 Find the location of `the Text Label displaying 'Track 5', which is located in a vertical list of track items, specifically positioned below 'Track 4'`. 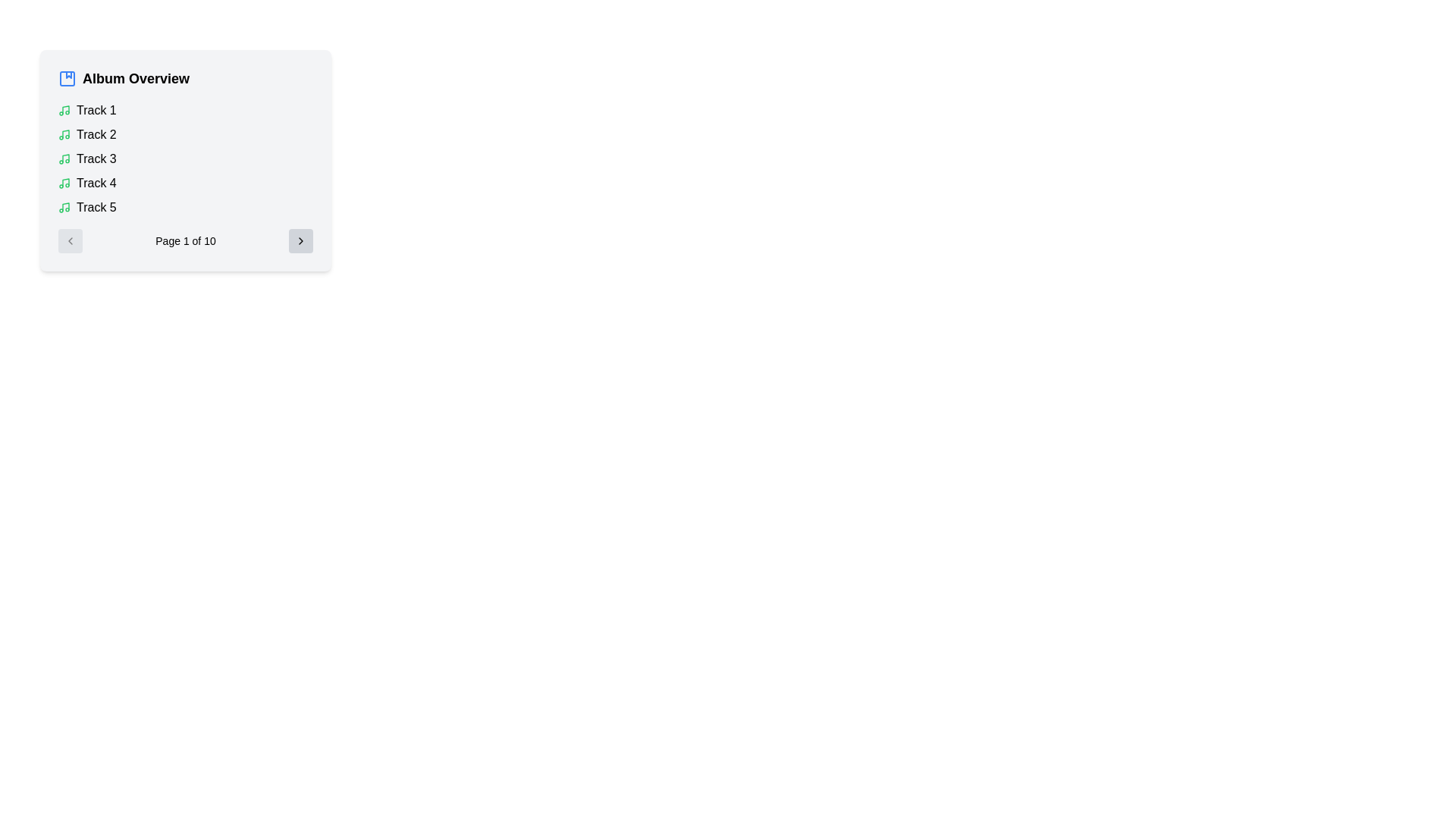

the Text Label displaying 'Track 5', which is located in a vertical list of track items, specifically positioned below 'Track 4' is located at coordinates (96, 207).